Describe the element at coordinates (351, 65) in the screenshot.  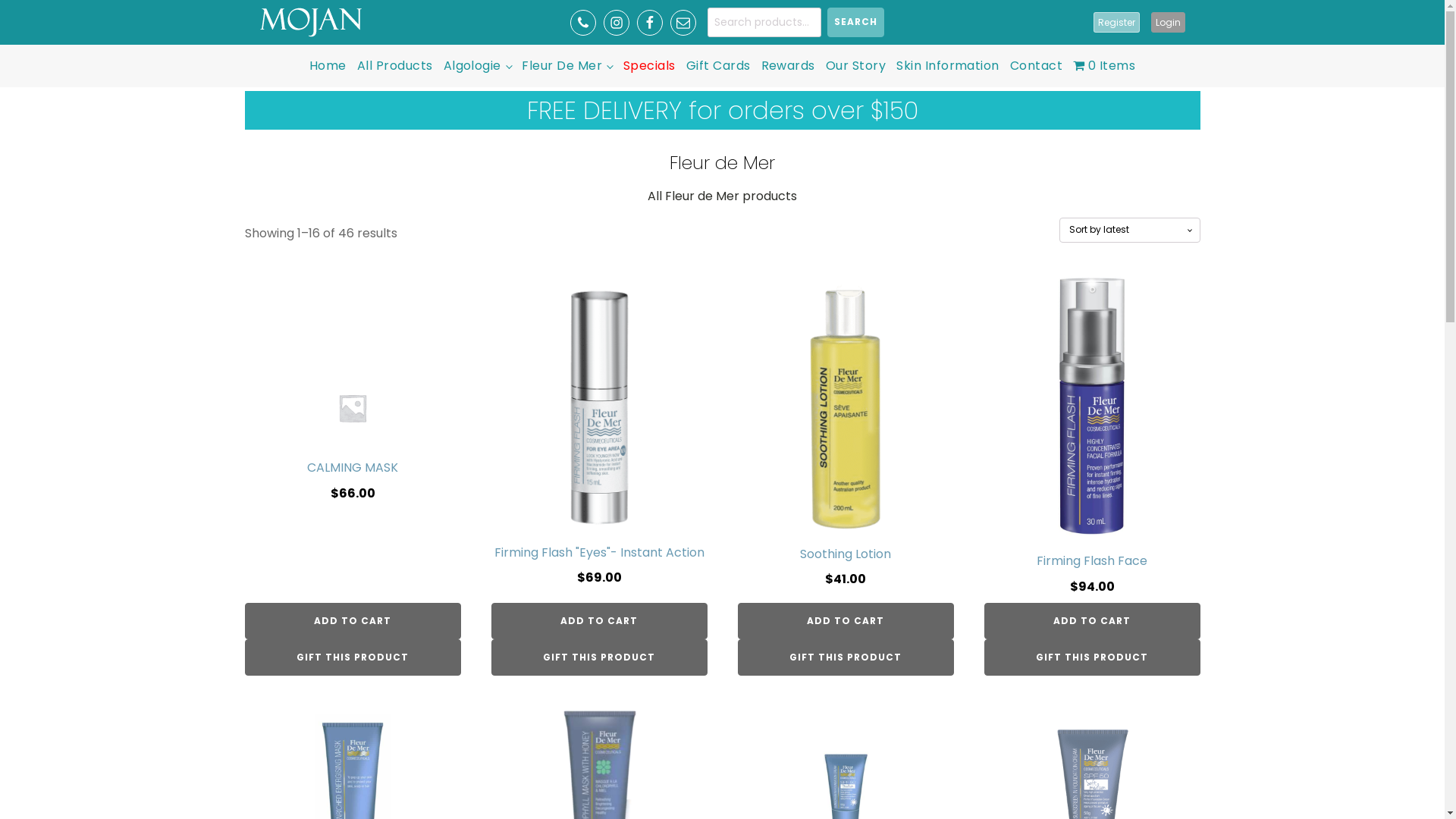
I see `'All Products'` at that location.